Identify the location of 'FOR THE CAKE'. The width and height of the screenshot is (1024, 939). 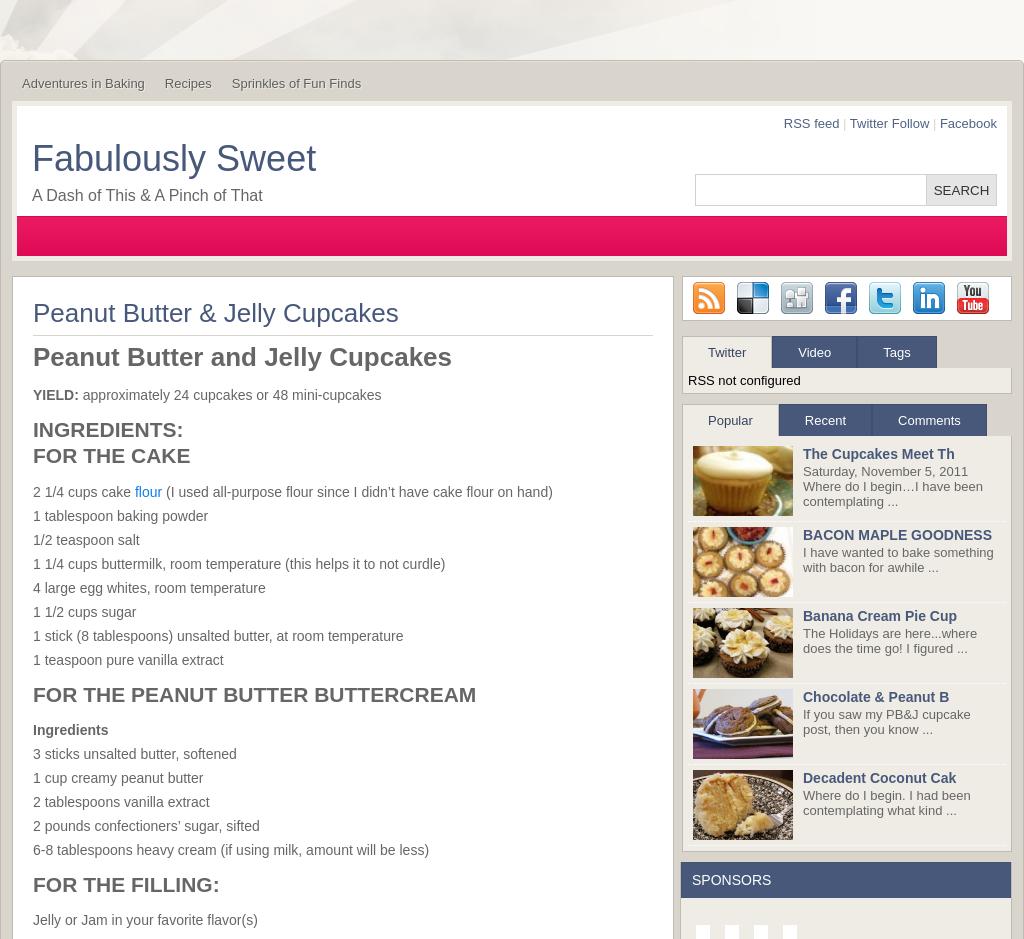
(111, 455).